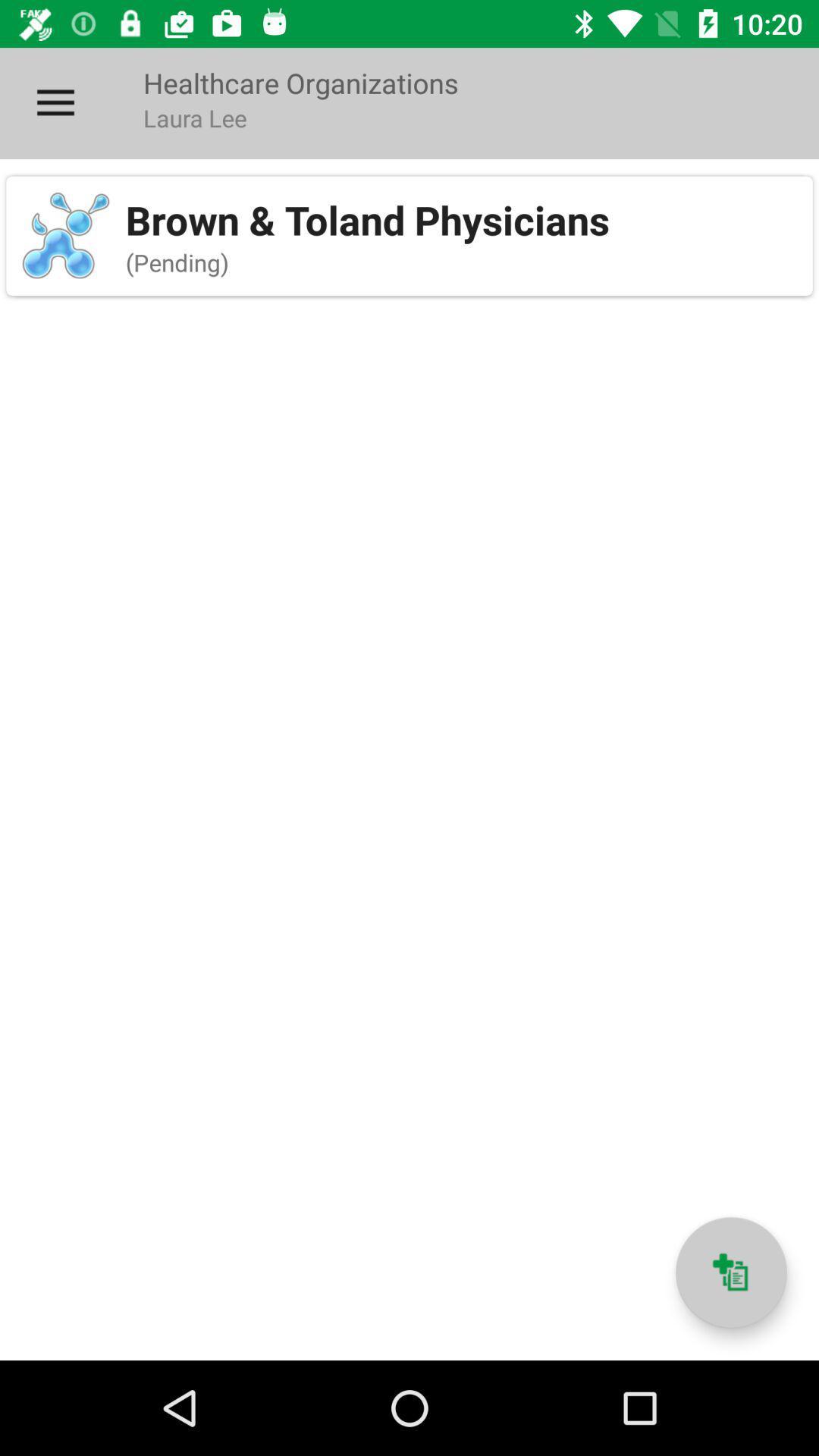 This screenshot has height=1456, width=819. What do you see at coordinates (730, 1272) in the screenshot?
I see `new healthcare organization` at bounding box center [730, 1272].